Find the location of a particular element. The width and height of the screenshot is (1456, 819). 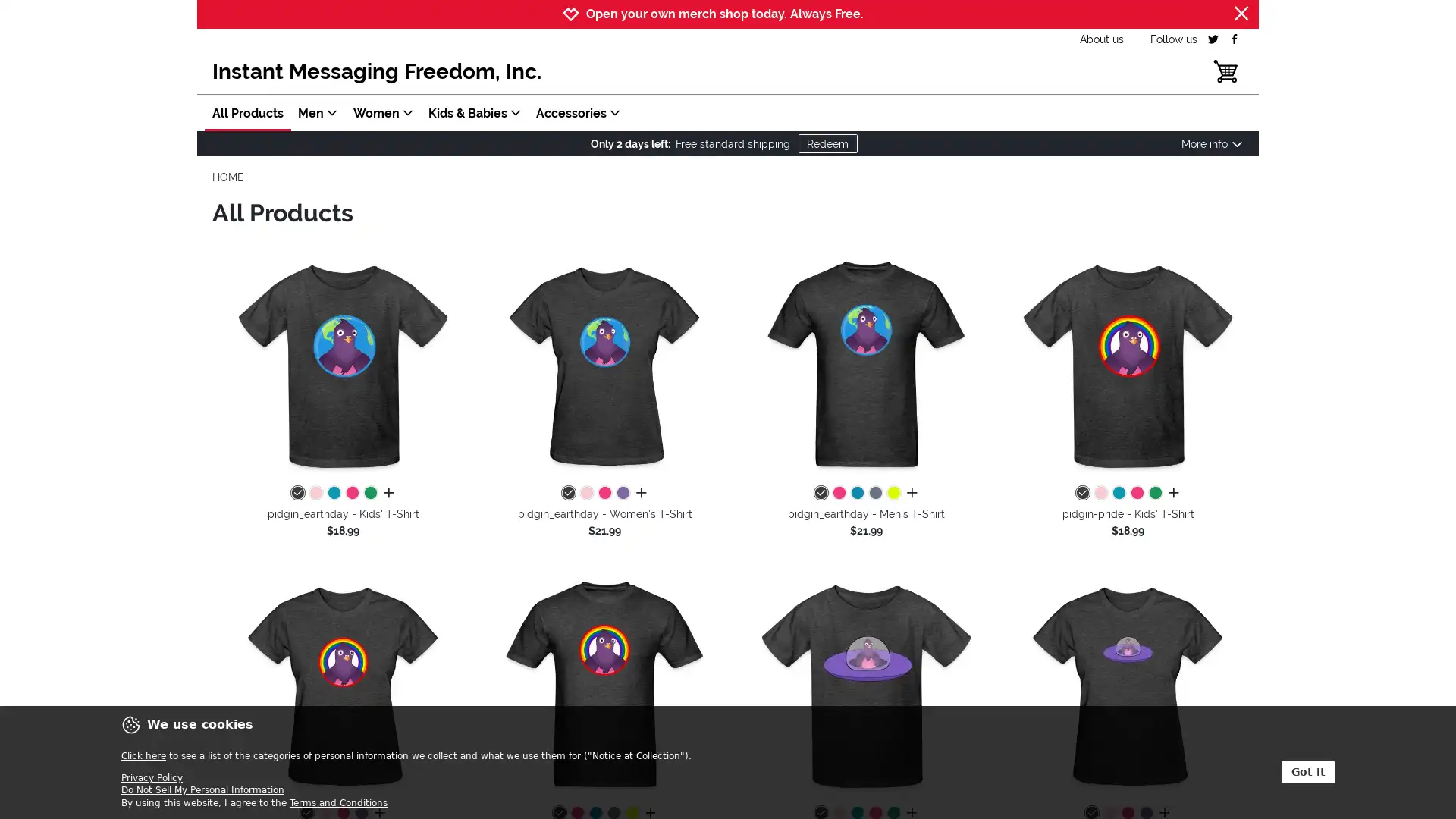

kelly green is located at coordinates (1153, 494).